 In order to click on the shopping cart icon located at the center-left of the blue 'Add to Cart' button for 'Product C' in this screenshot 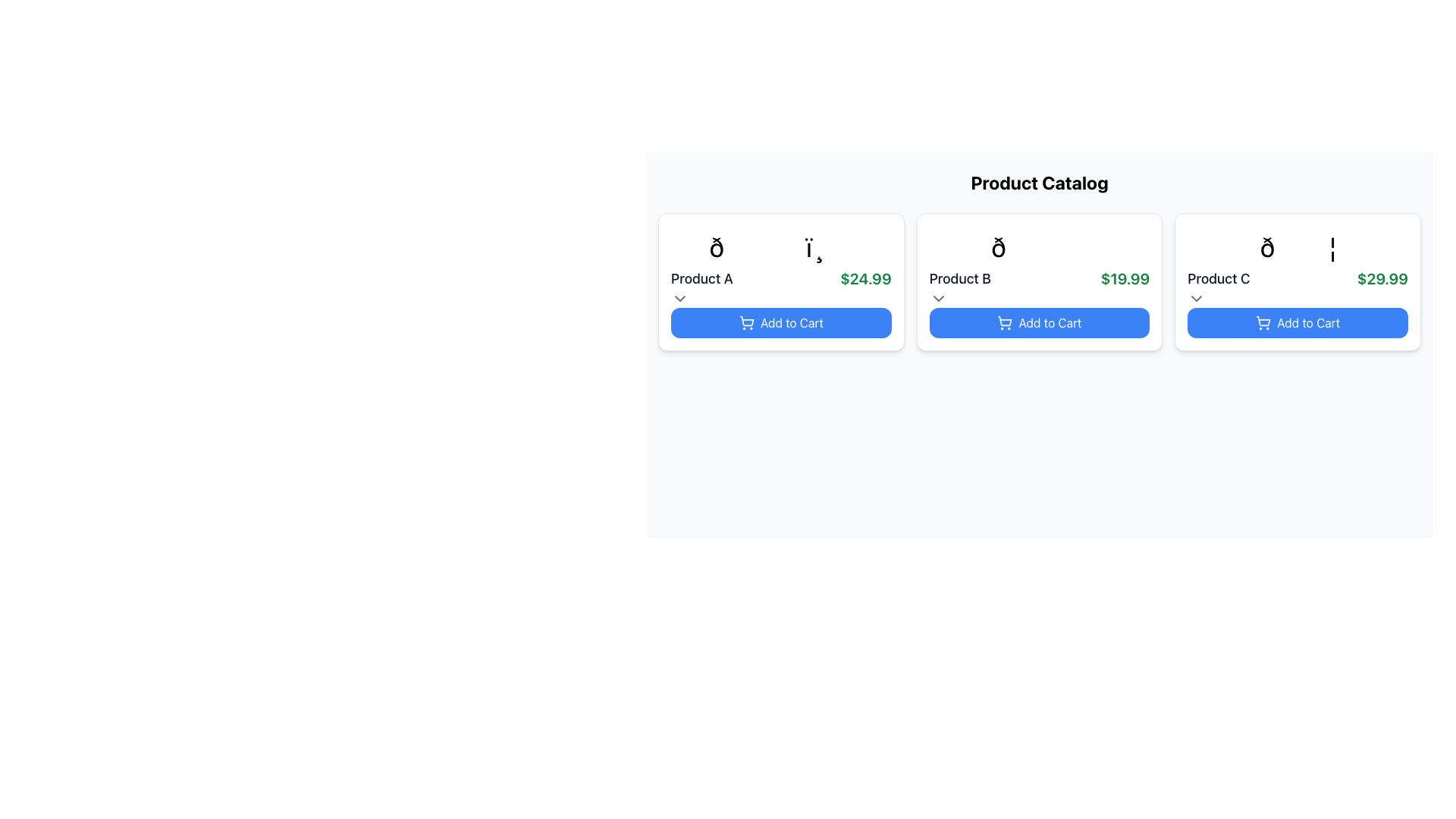, I will do `click(1263, 322)`.